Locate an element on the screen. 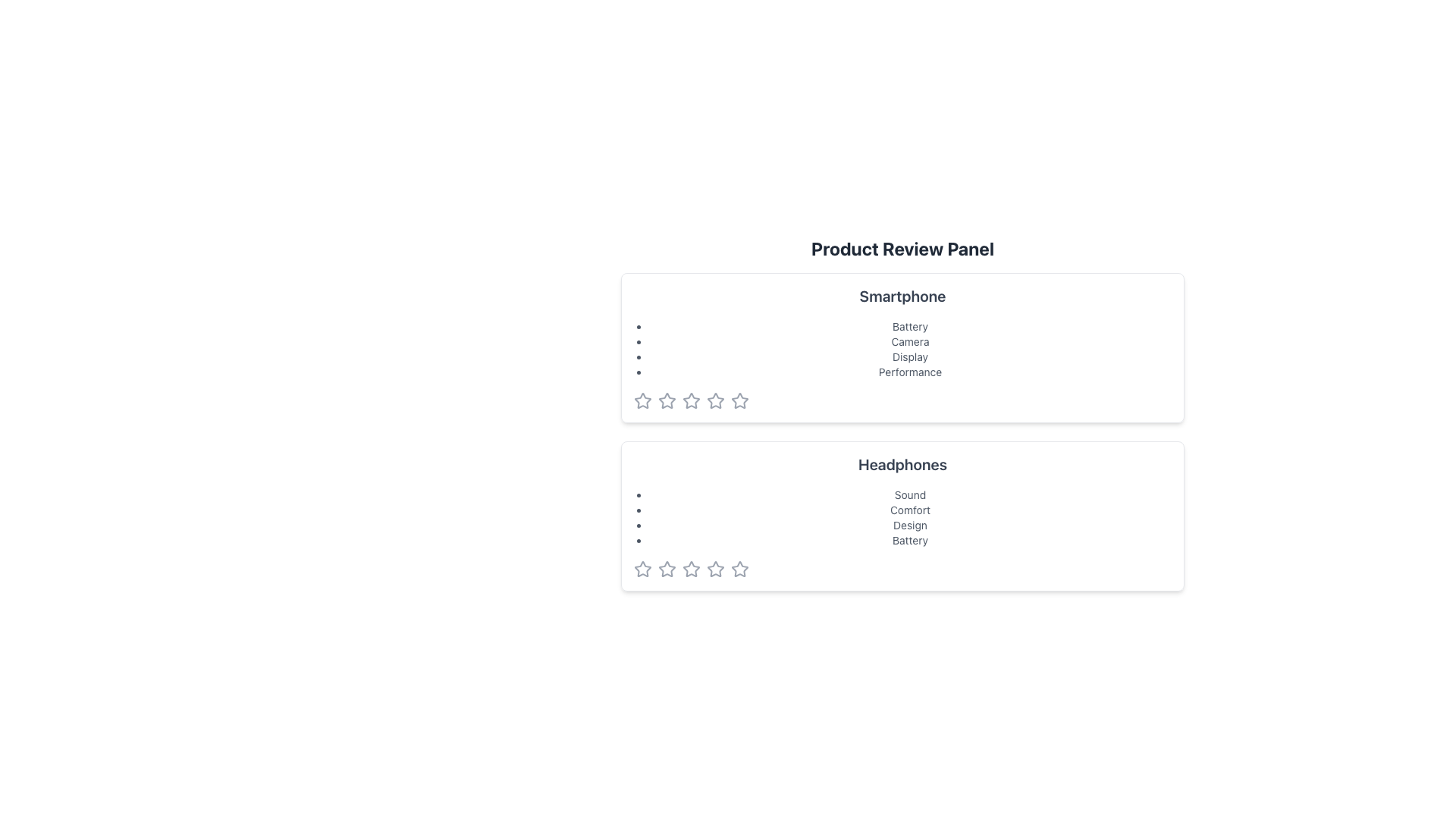 Image resolution: width=1456 pixels, height=819 pixels. the fifth star icon in the rating system located below the 'Headphones' section to rate it is located at coordinates (739, 568).